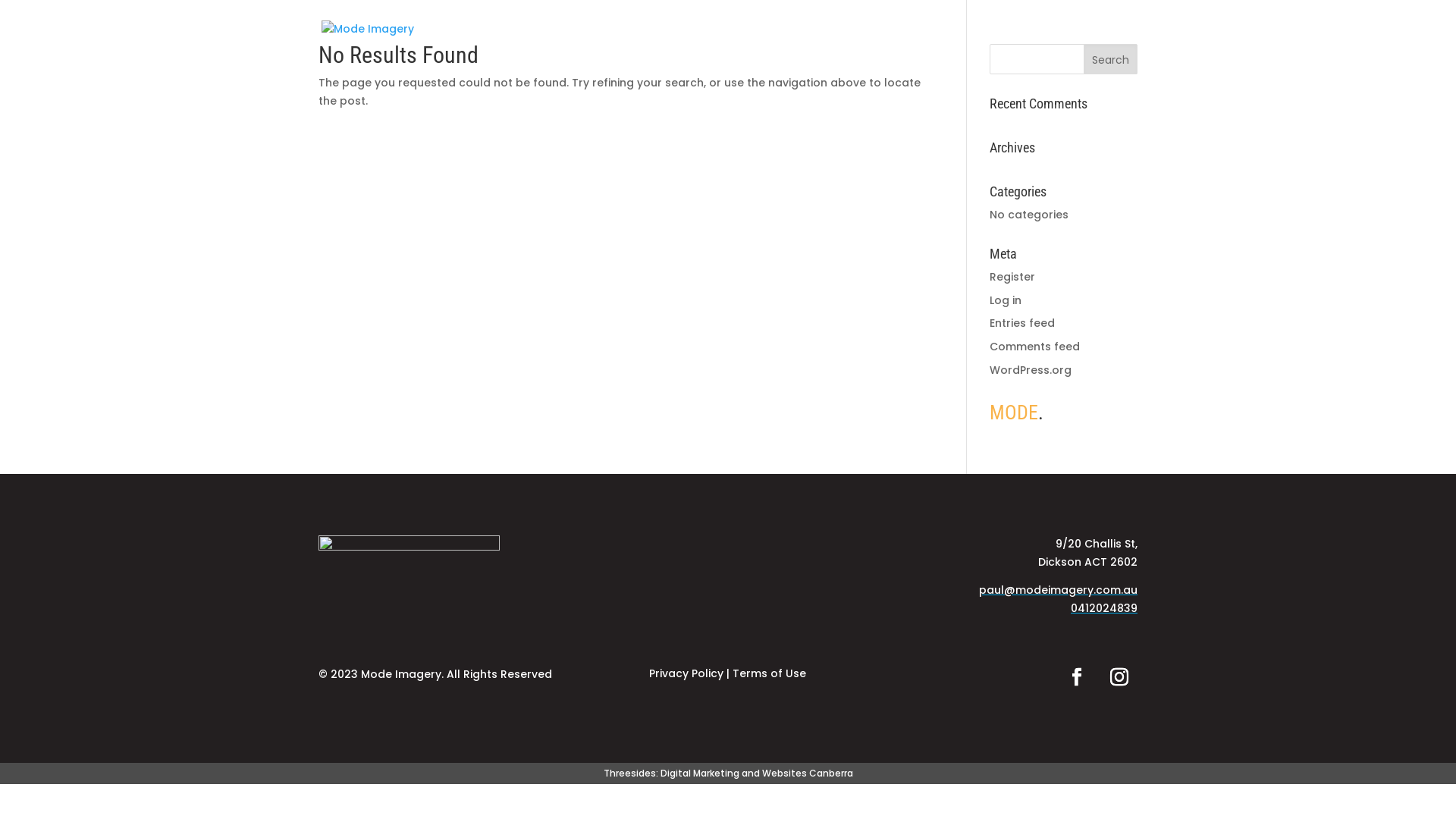  What do you see at coordinates (990, 300) in the screenshot?
I see `'Log in'` at bounding box center [990, 300].